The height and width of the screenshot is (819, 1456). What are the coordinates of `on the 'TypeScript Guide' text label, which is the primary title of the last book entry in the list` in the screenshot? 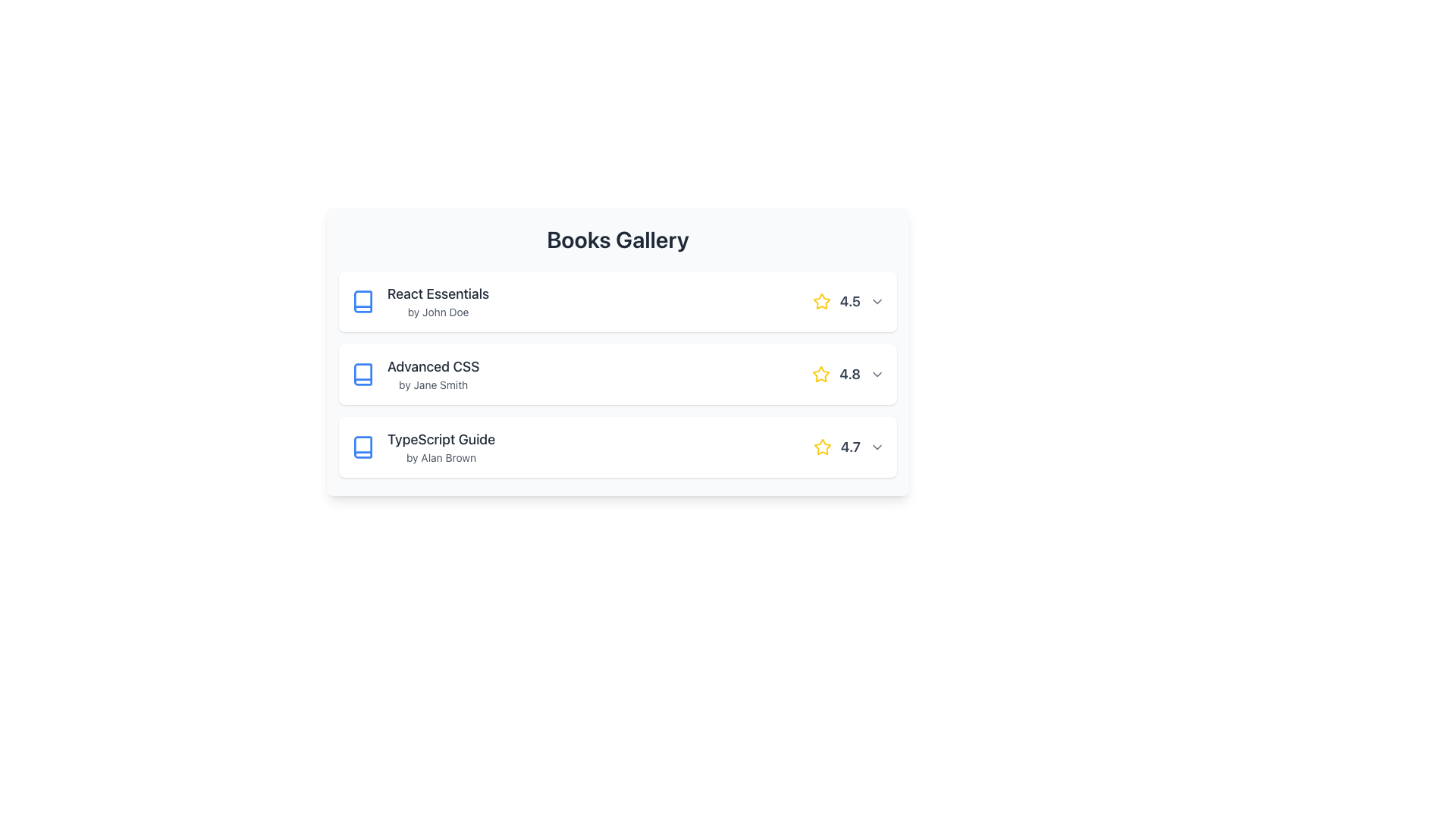 It's located at (441, 439).